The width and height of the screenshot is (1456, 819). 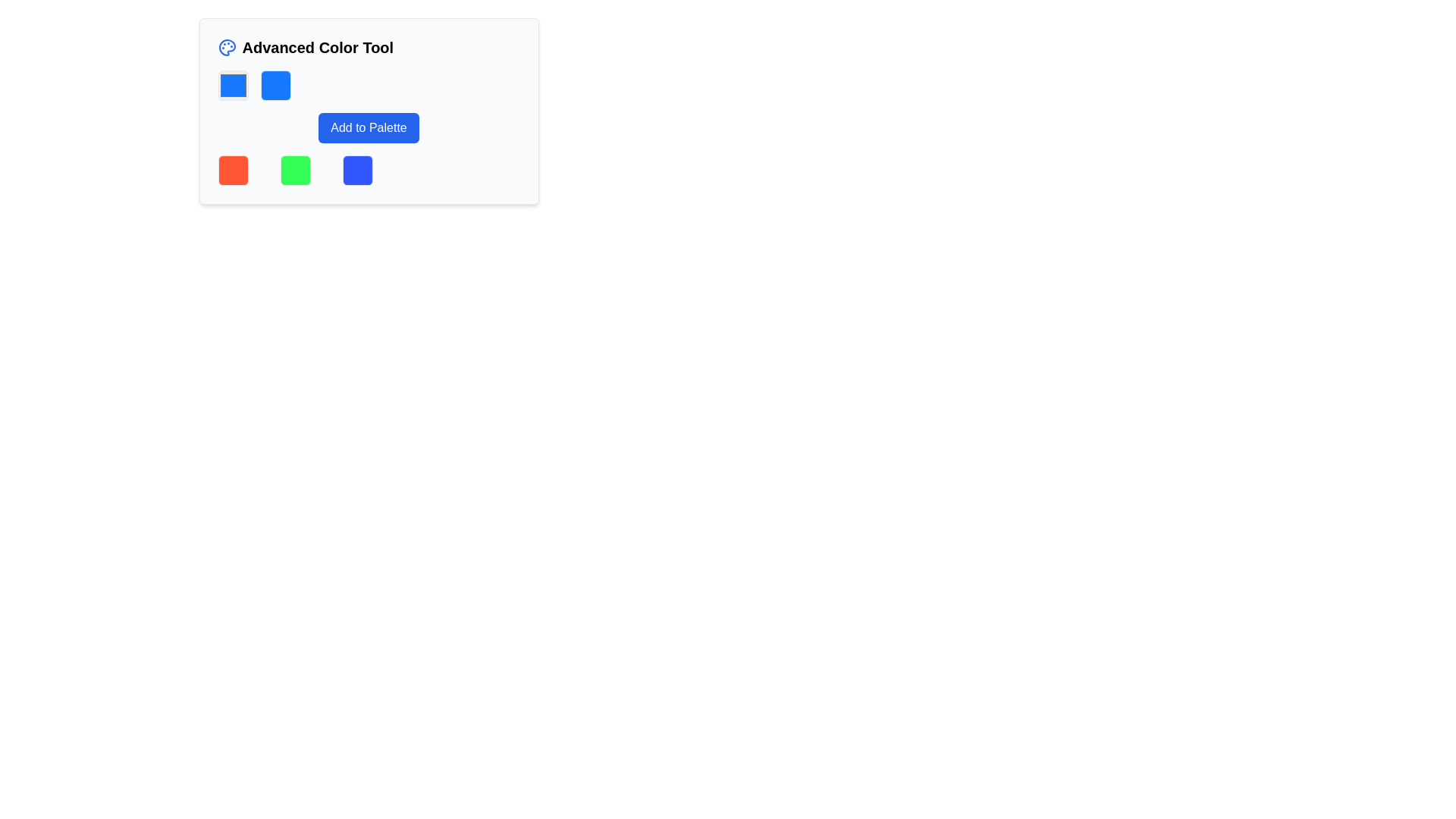 I want to click on the blue square color swatch located at the bottom-right of the grid, which is the third element in a row of three elements, so click(x=356, y=170).